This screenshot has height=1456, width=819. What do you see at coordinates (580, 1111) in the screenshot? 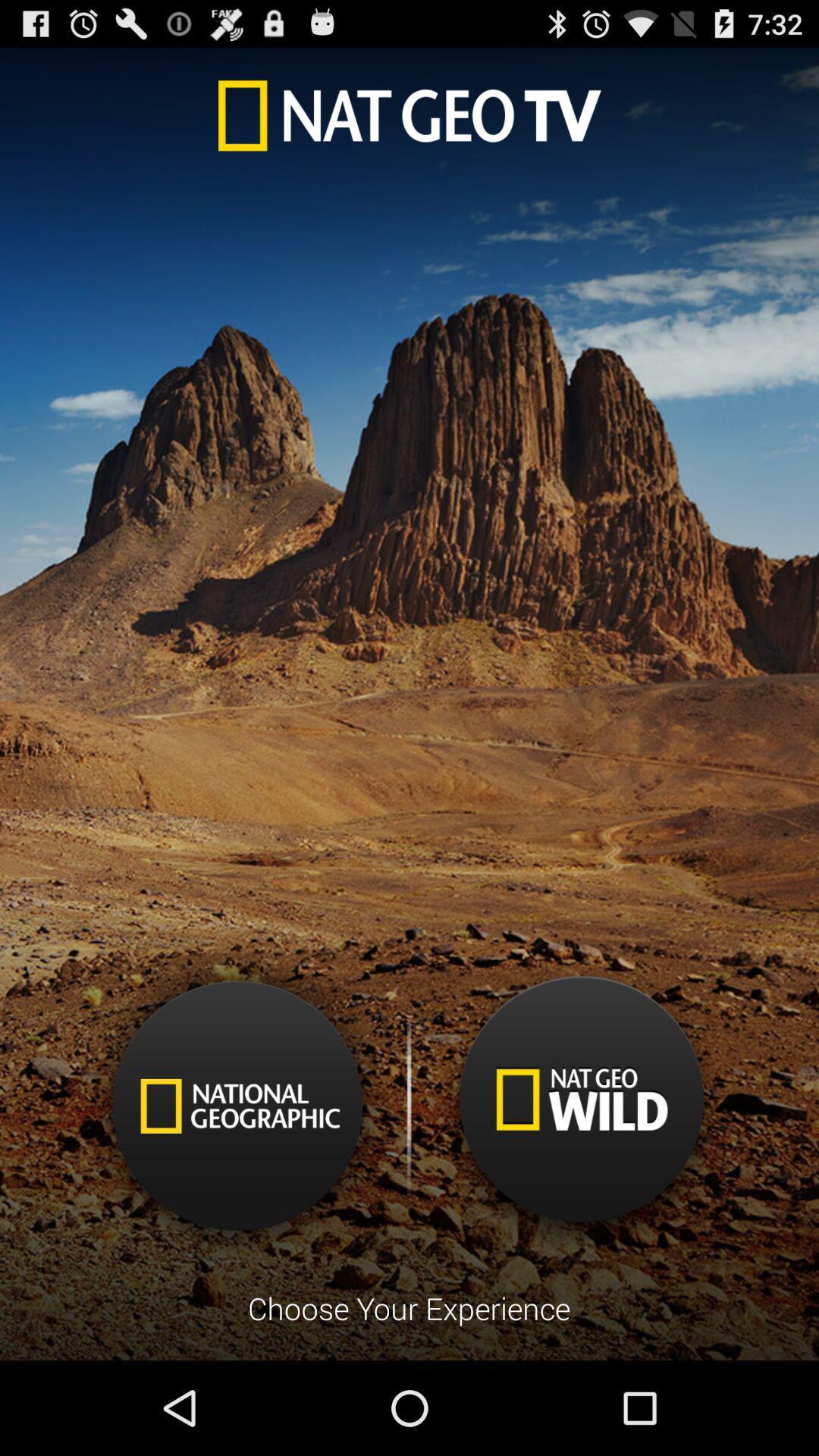
I see `nat geo wild` at bounding box center [580, 1111].